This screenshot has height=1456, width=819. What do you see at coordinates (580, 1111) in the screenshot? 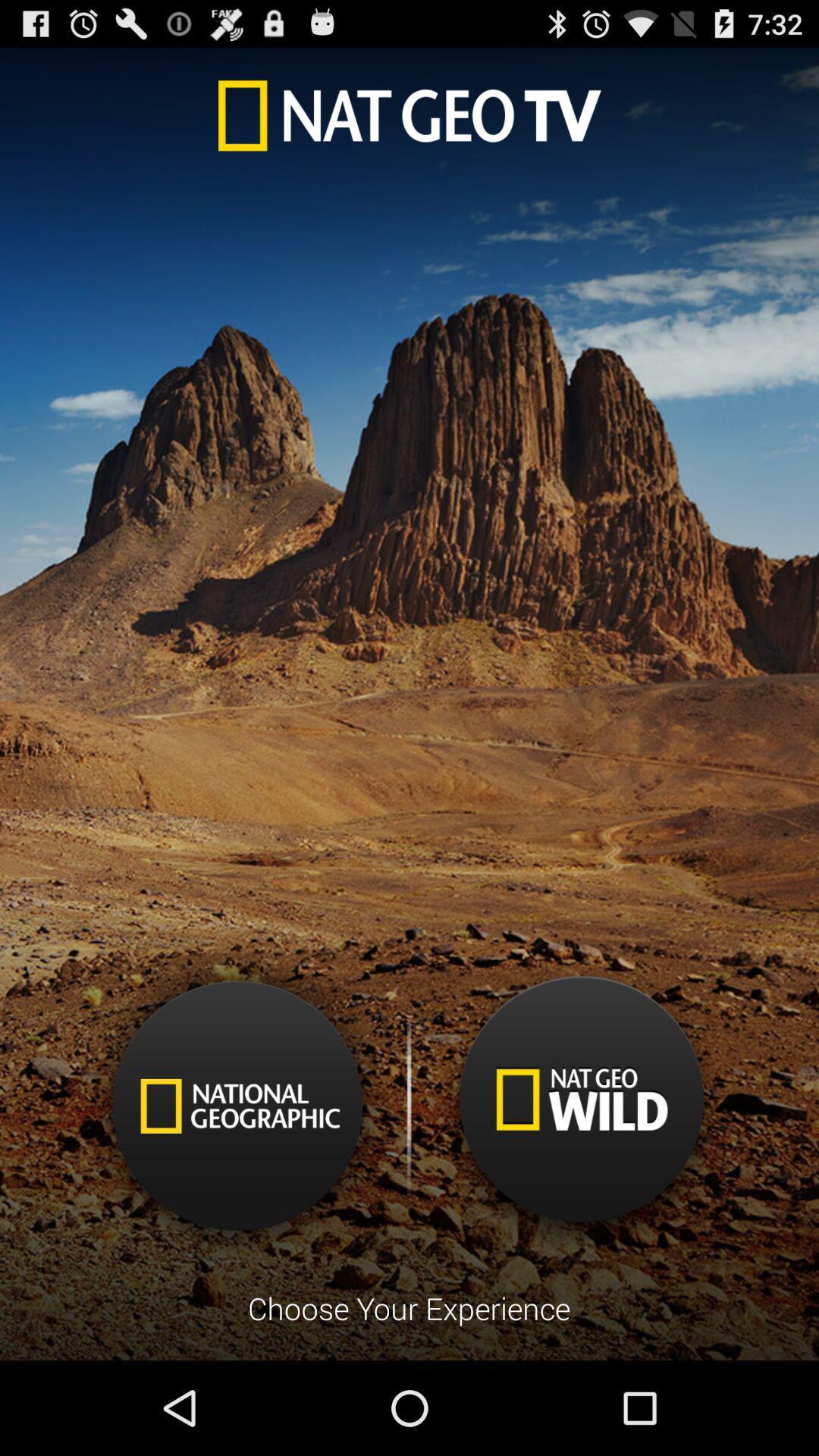
I see `nat geo wild` at bounding box center [580, 1111].